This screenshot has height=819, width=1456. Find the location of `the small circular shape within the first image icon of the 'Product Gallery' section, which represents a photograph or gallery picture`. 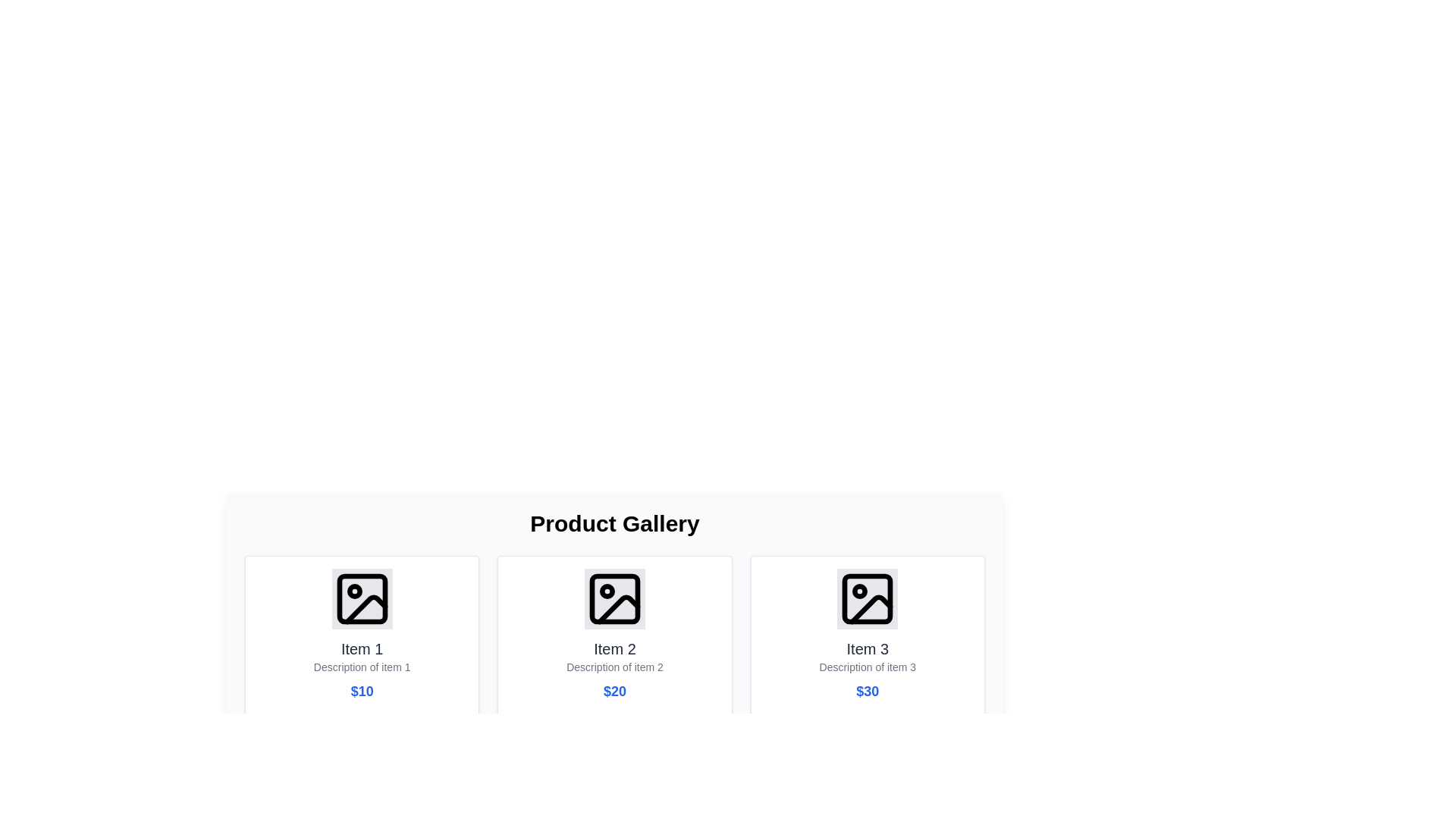

the small circular shape within the first image icon of the 'Product Gallery' section, which represents a photograph or gallery picture is located at coordinates (353, 590).